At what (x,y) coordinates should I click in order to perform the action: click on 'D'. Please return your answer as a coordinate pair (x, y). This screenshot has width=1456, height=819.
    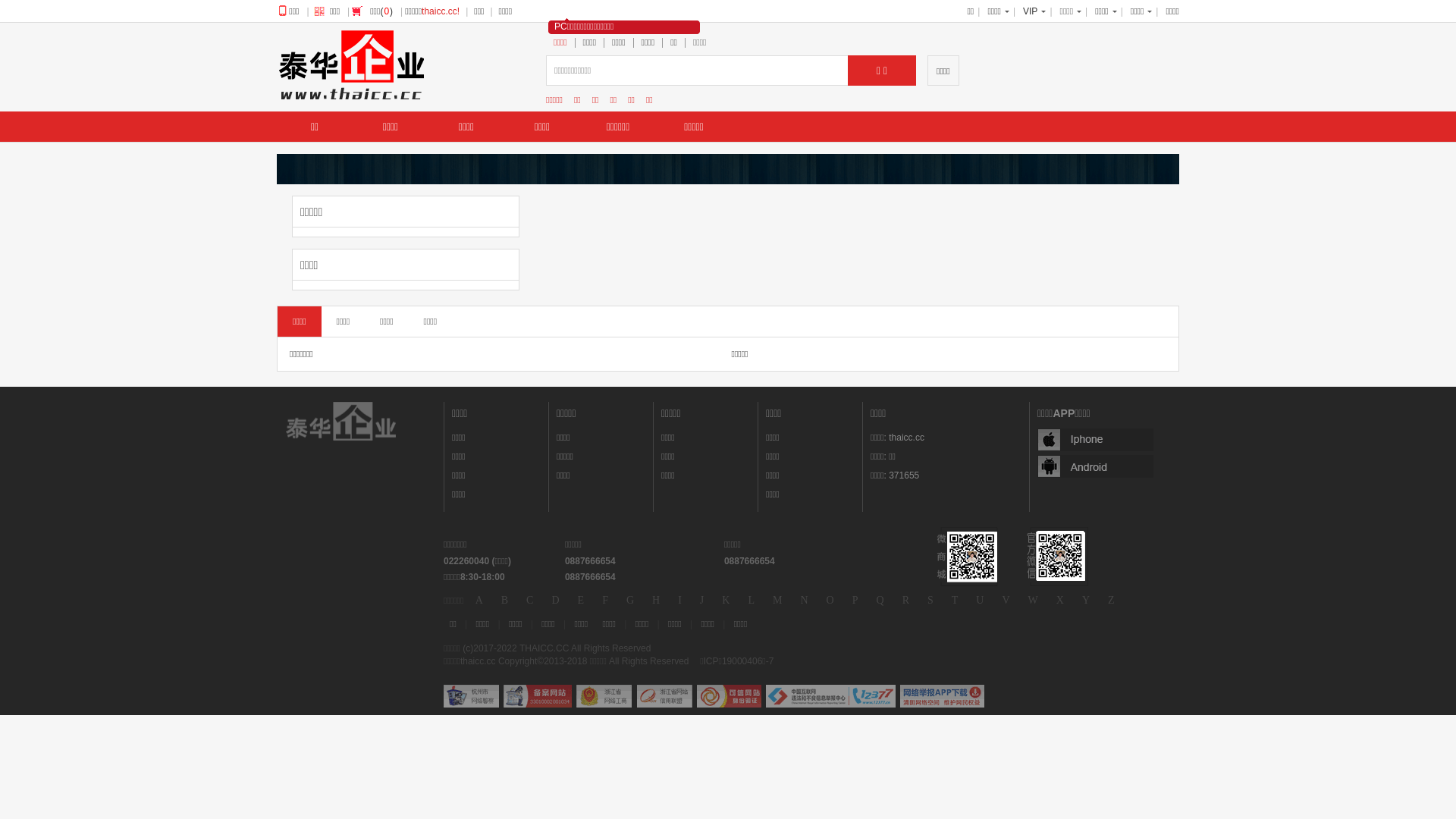
    Looking at the image, I should click on (554, 599).